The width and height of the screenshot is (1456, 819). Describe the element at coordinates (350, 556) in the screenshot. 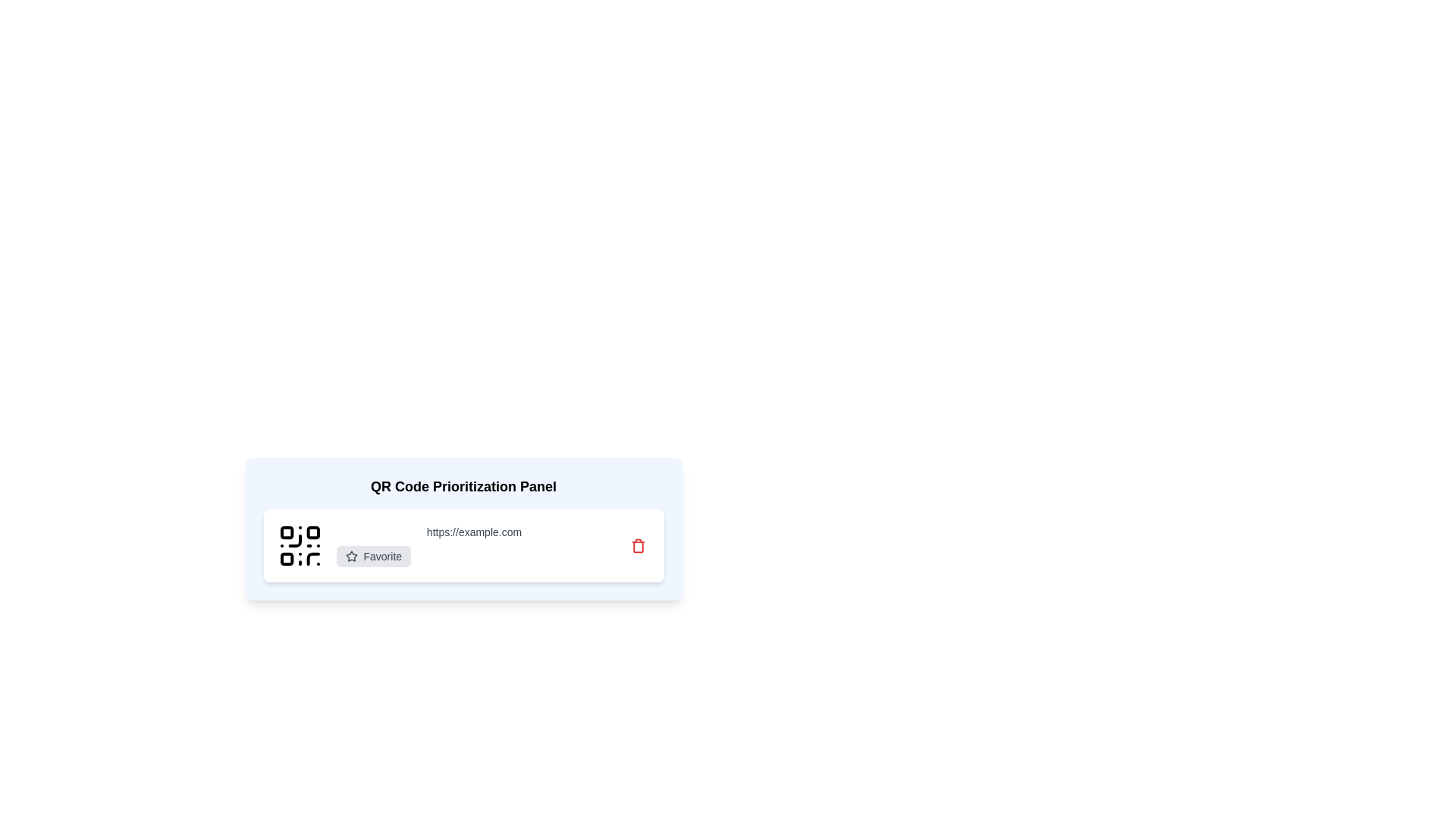

I see `the star-shaped icon that is part of the 'Favorite' button` at that location.